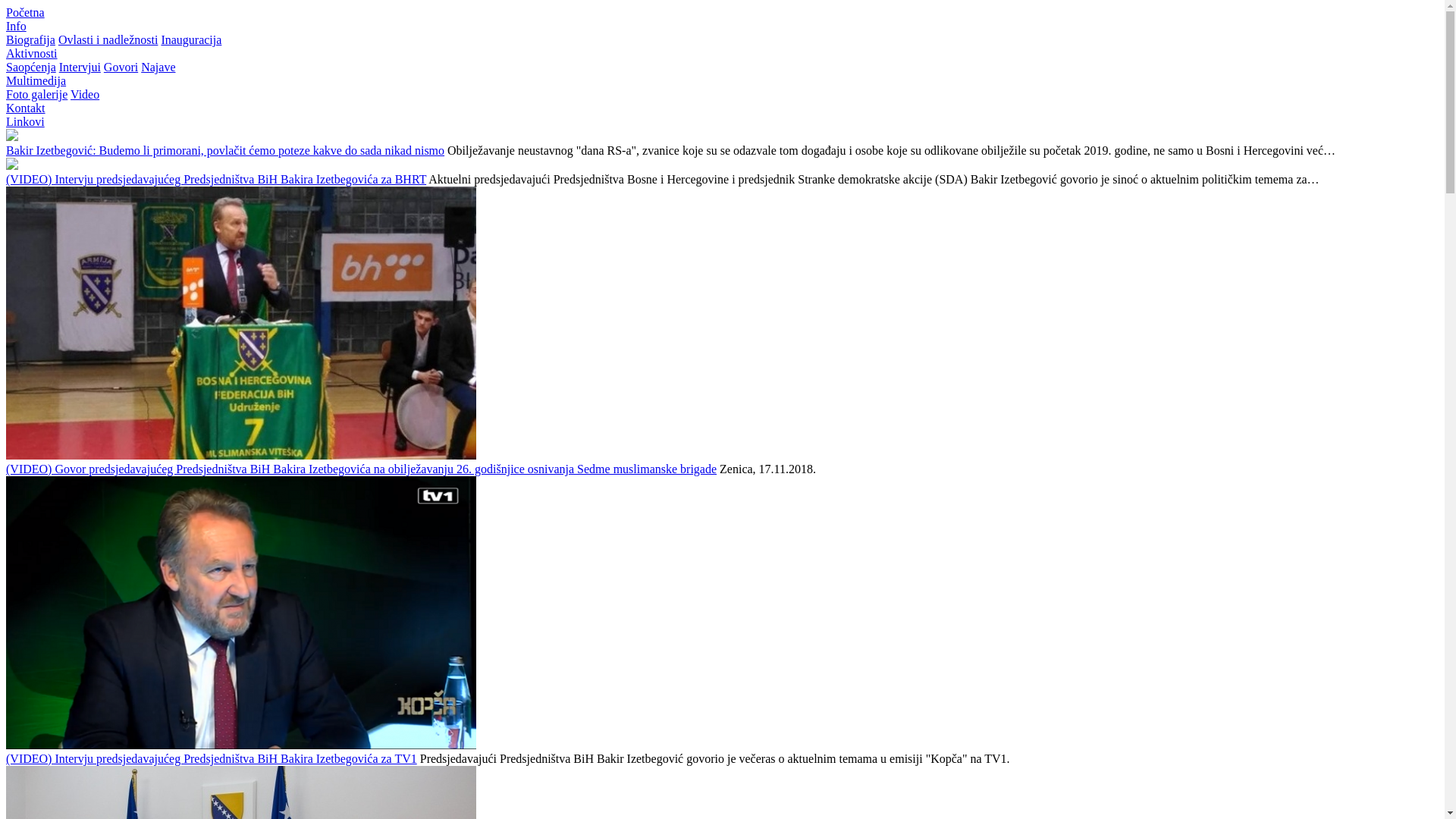 The width and height of the screenshot is (1456, 819). What do you see at coordinates (141, 66) in the screenshot?
I see `'Najave'` at bounding box center [141, 66].